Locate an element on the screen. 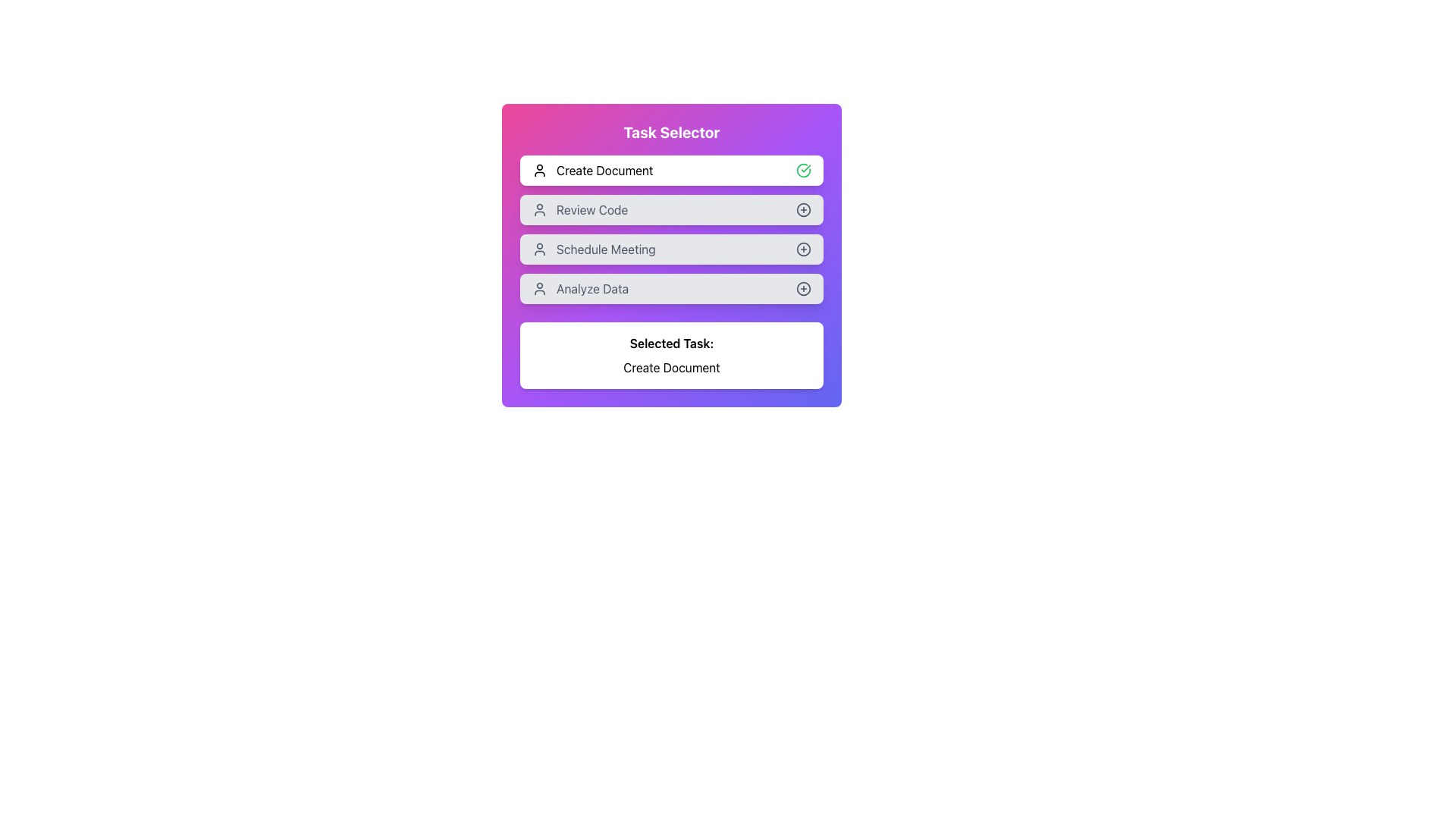  the label displaying 'Selected Task:' which is bold and centered, located above the 'Create Document' text is located at coordinates (671, 343).